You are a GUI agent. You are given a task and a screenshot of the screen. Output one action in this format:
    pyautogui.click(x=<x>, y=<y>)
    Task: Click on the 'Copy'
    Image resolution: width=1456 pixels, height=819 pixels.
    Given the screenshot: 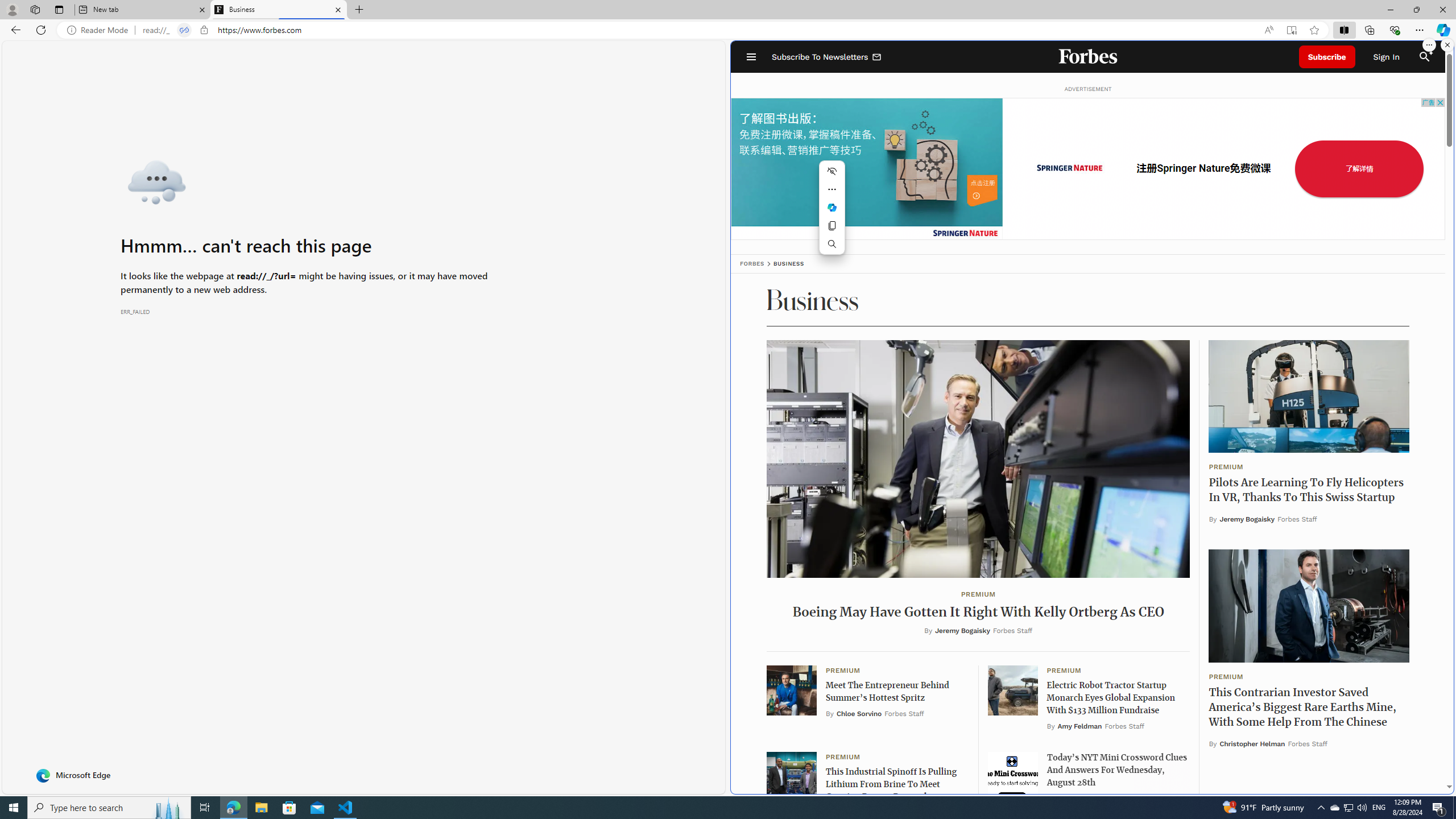 What is the action you would take?
    pyautogui.click(x=832, y=226)
    